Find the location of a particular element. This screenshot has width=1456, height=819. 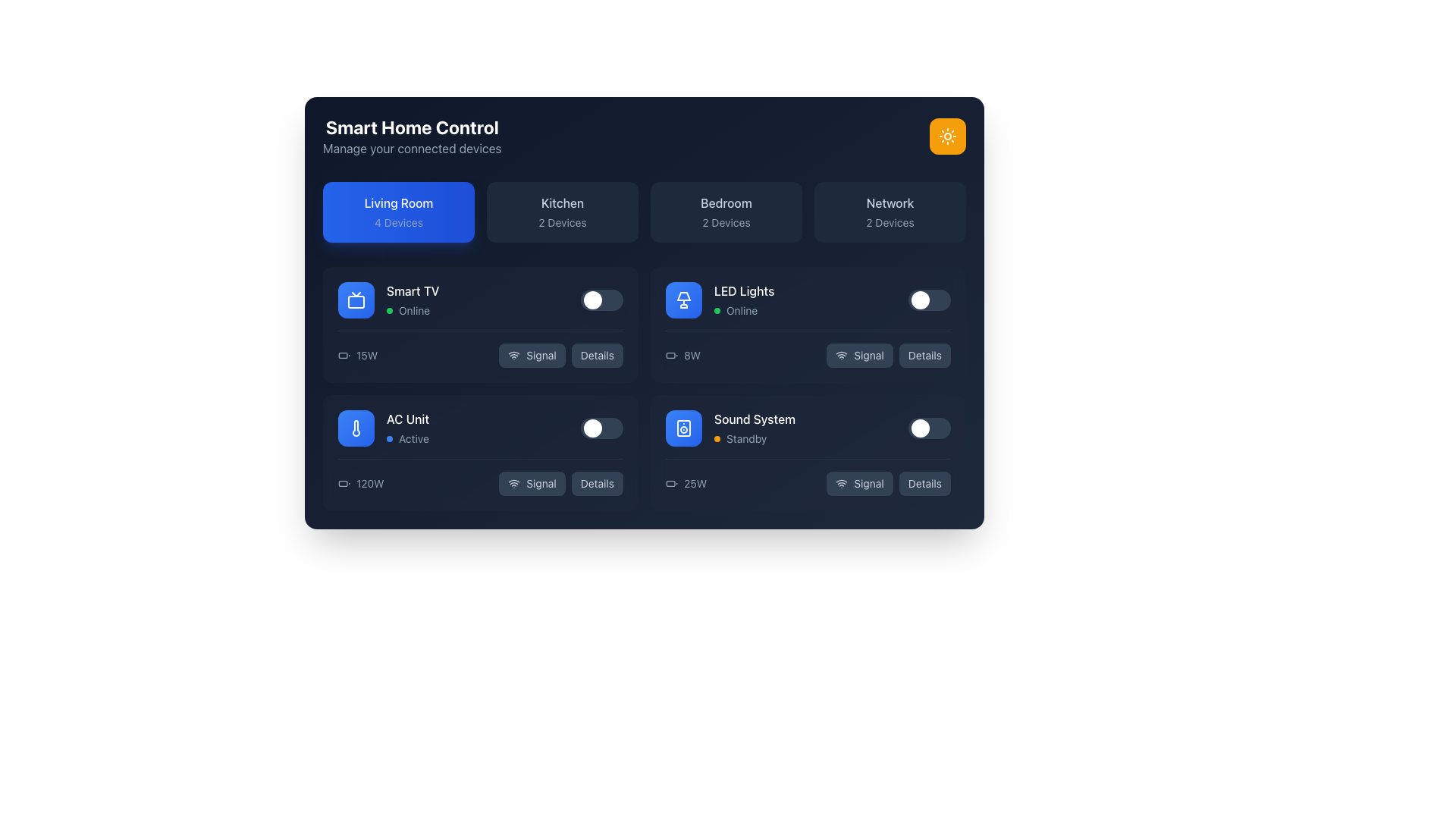

the button that accesses signal-related information for the 'LED Lights' device, located in the middle-right area of the interface is located at coordinates (889, 356).